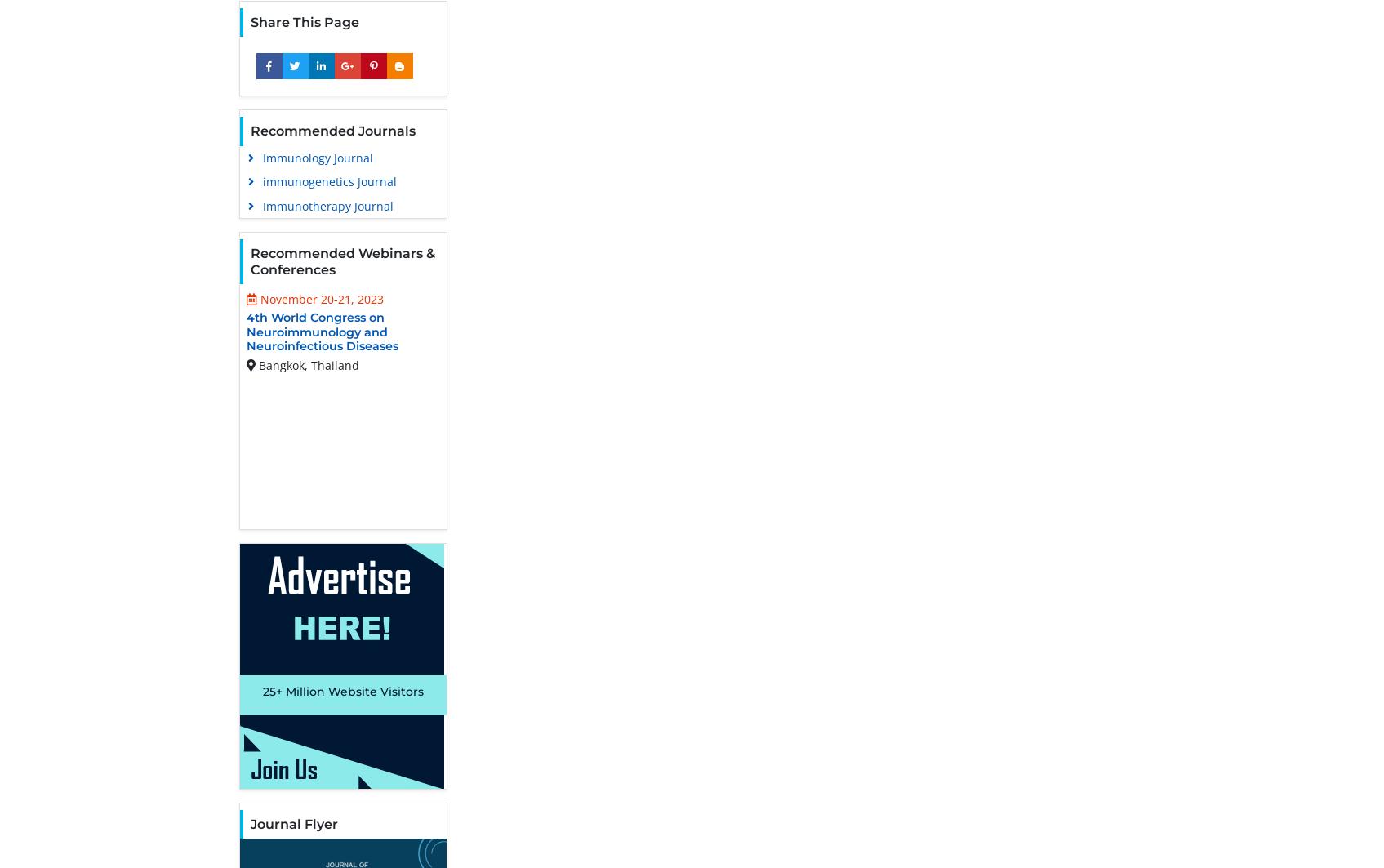 This screenshot has width=1384, height=868. I want to click on 'immunogenetics Journal', so click(329, 181).